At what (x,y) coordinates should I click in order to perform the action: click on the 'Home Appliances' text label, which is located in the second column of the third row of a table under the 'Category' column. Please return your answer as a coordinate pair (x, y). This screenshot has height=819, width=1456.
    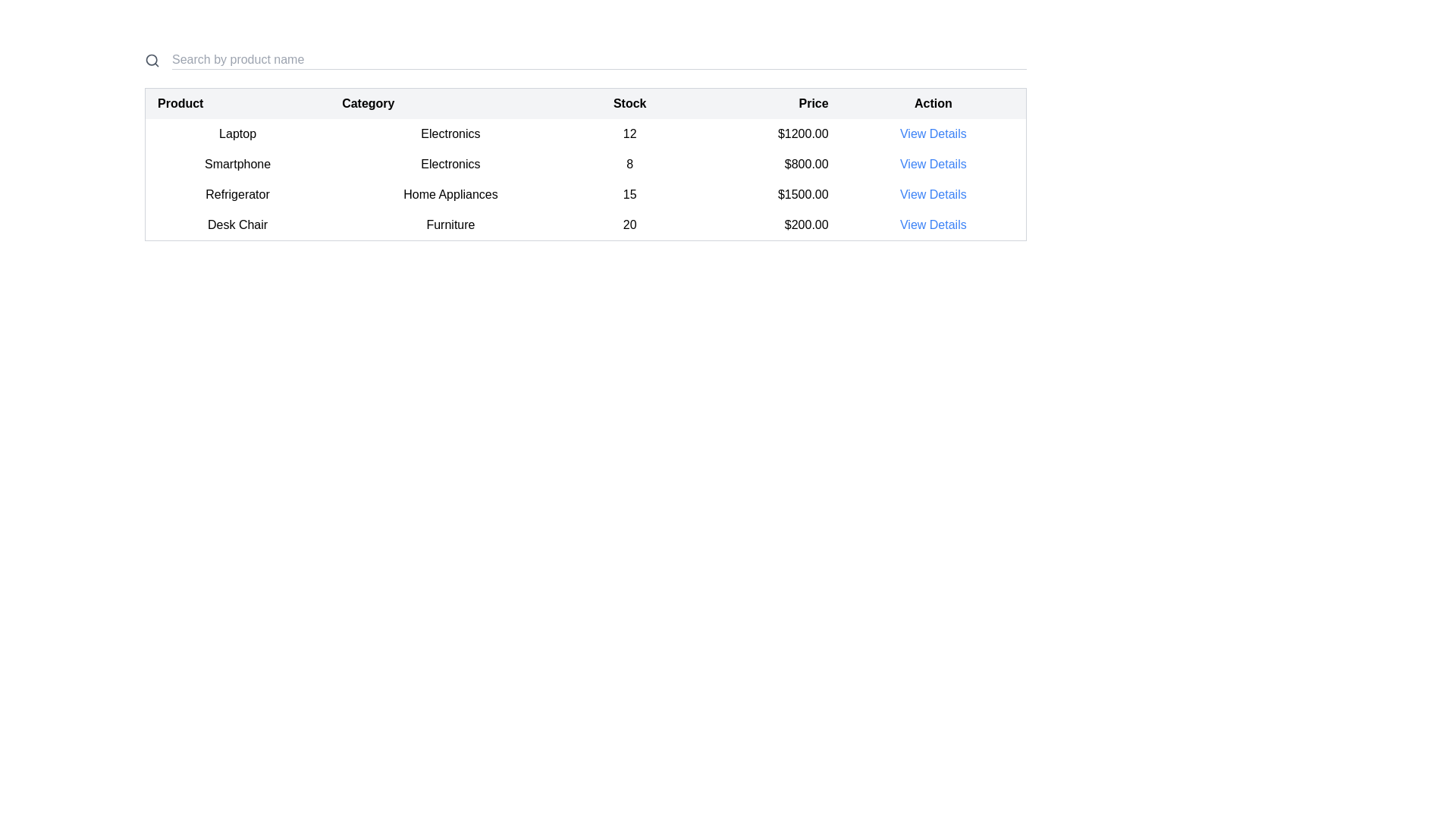
    Looking at the image, I should click on (450, 194).